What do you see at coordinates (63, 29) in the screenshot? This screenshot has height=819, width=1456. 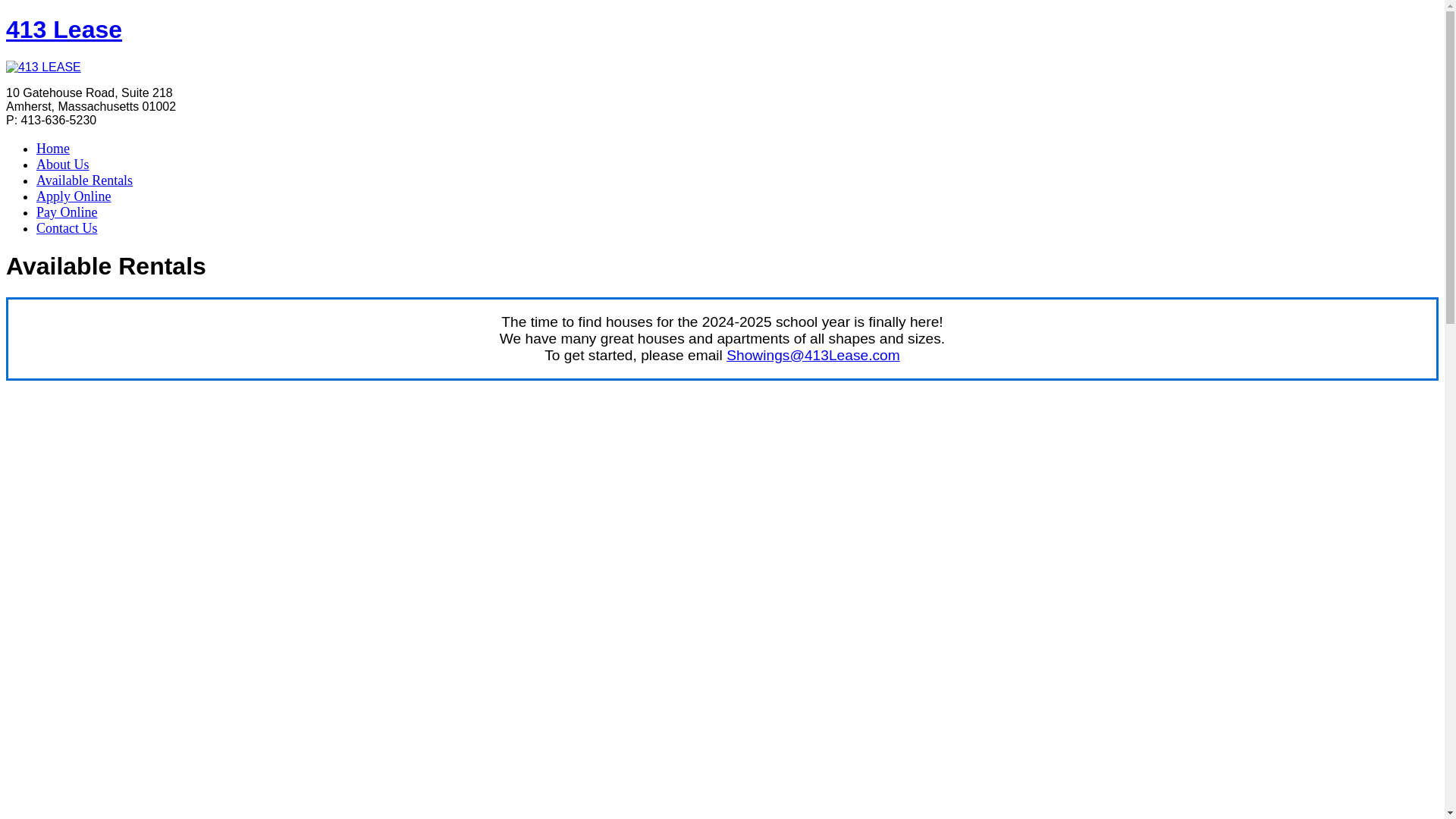 I see `'413 Lease'` at bounding box center [63, 29].